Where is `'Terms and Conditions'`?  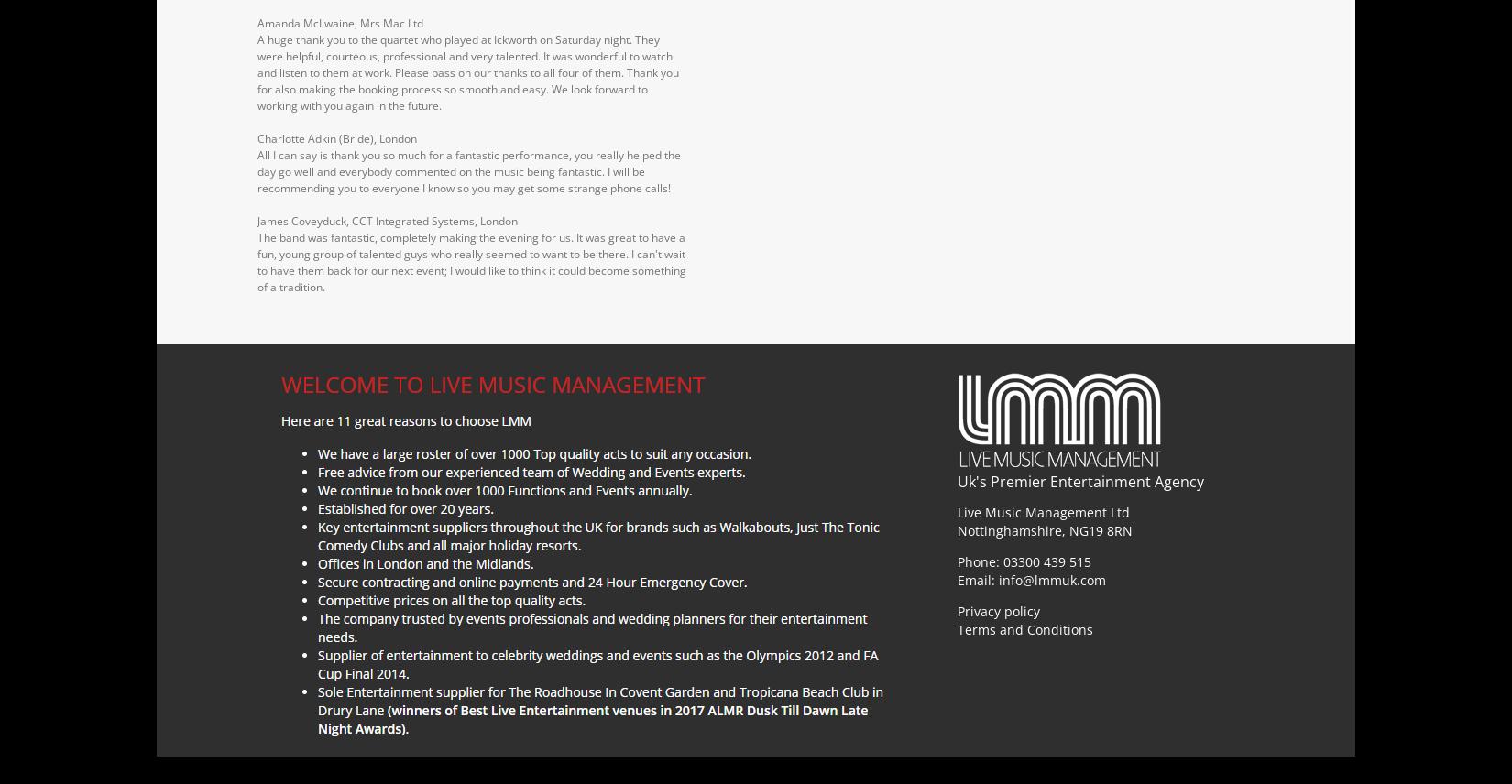 'Terms and Conditions' is located at coordinates (1025, 627).